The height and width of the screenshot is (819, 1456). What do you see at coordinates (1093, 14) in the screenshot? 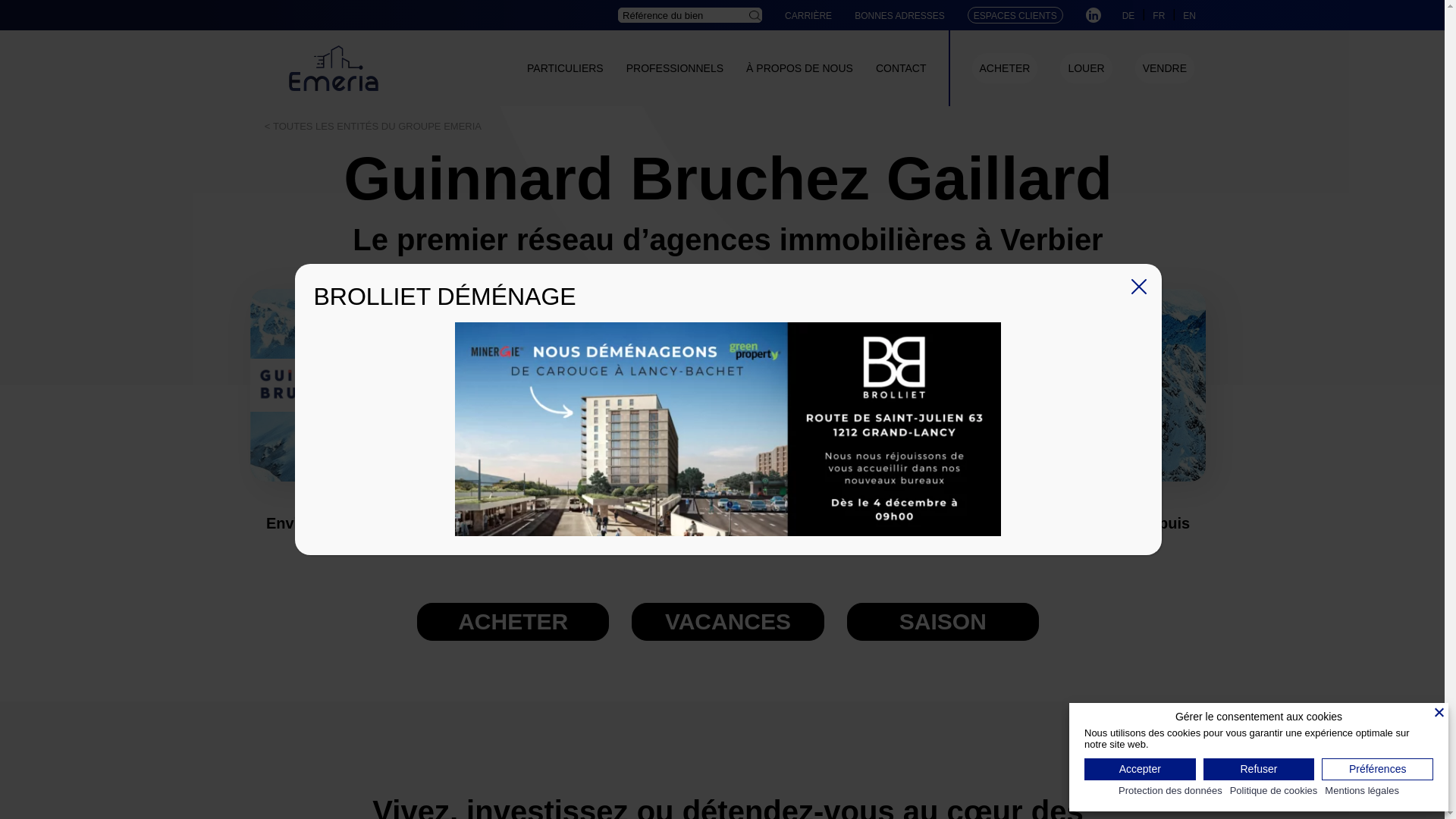
I see `'Trouver Emeria sur Linkedin'` at bounding box center [1093, 14].